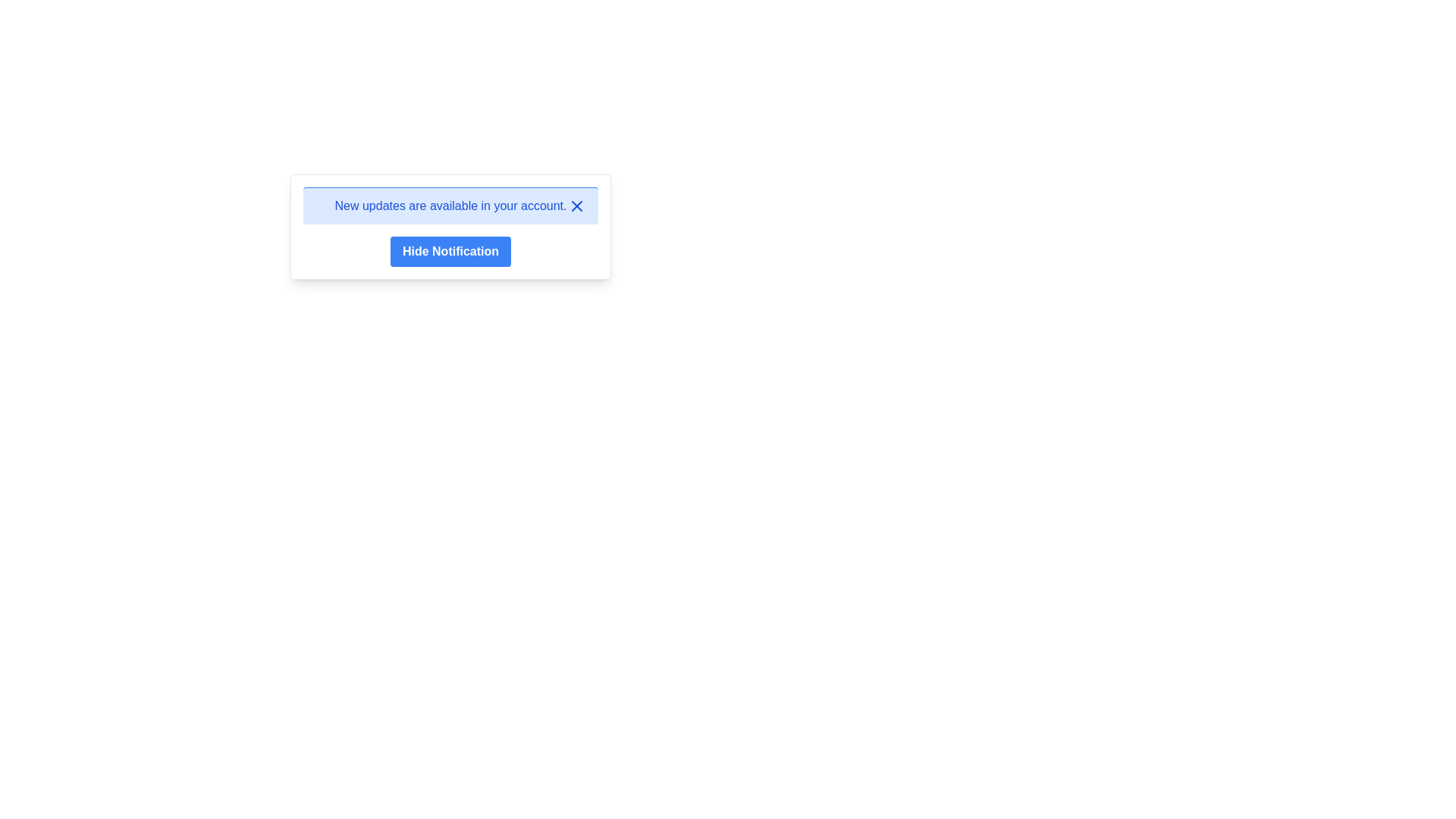 The image size is (1456, 819). I want to click on the blue cross (X) icon button in the top-right corner of the blue-alert notification box, so click(576, 206).